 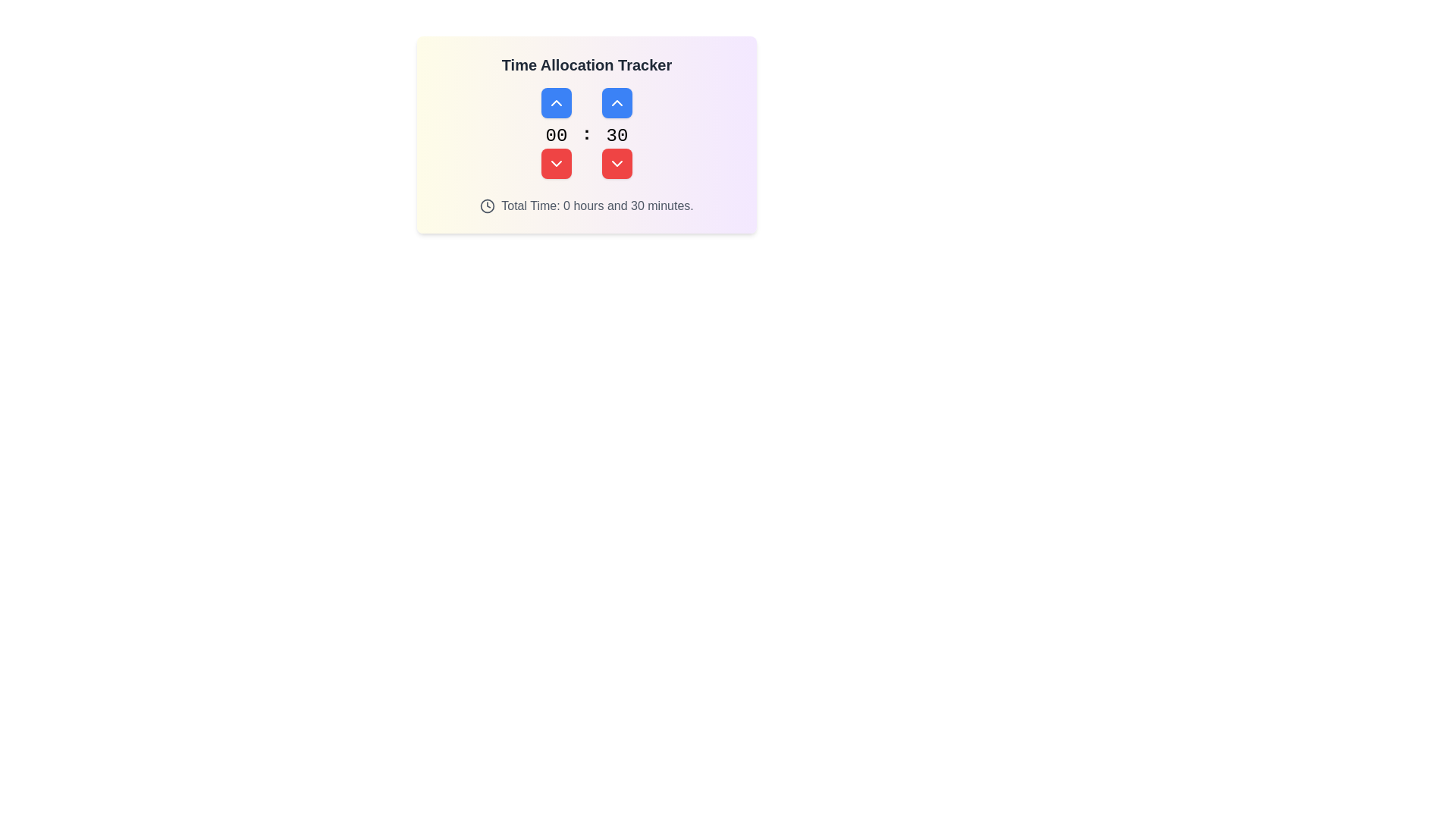 What do you see at coordinates (617, 164) in the screenshot?
I see `the dropdown icon within the red circular button located in the lower right corner of the 'Time Allocation Tracker' card` at bounding box center [617, 164].